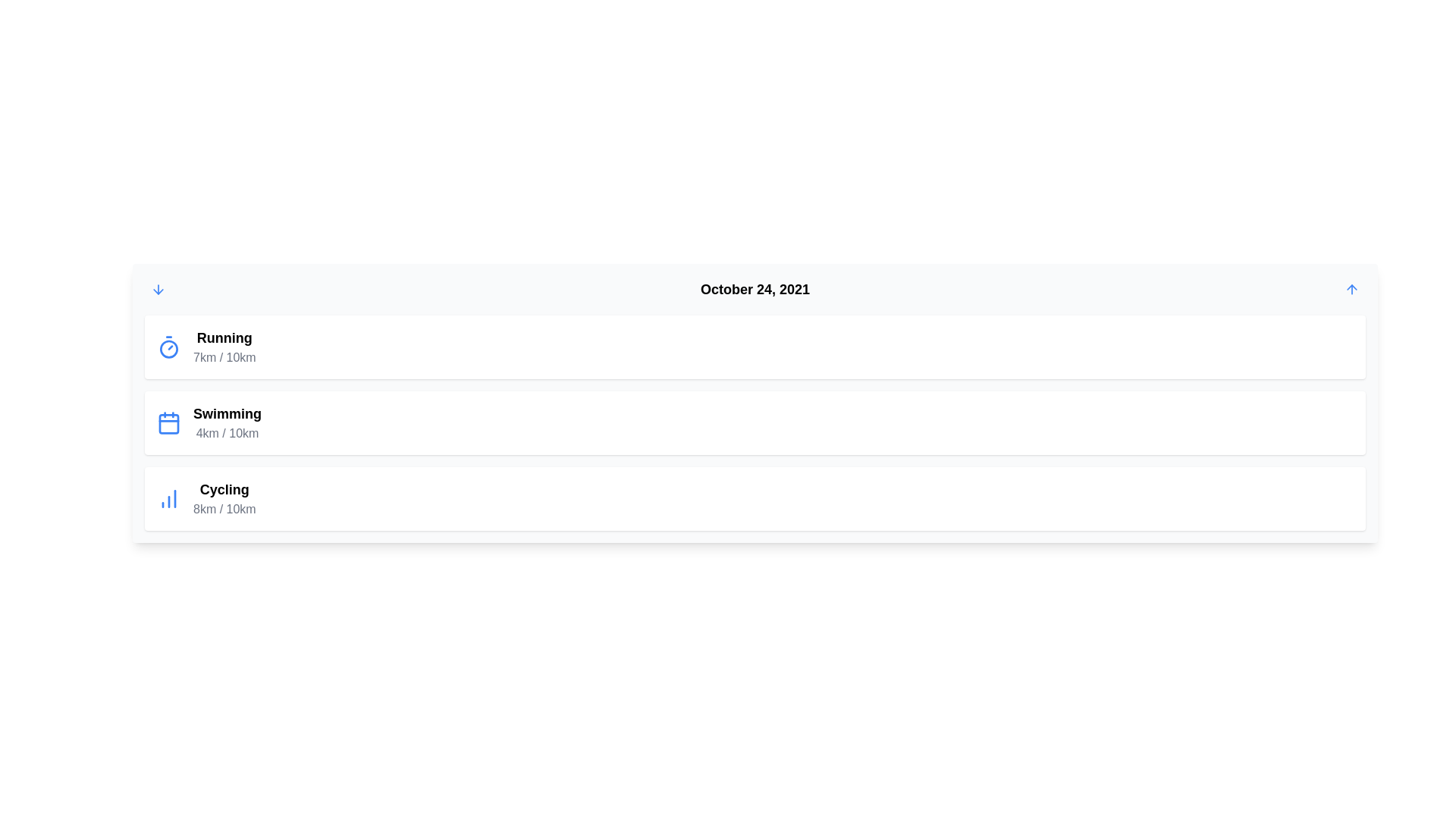 This screenshot has width=1456, height=819. What do you see at coordinates (168, 348) in the screenshot?
I see `the blue circular timer icon with a smaller white circle, located inside the first icon on the left of the 'Running' activity card at the top of the list of activities` at bounding box center [168, 348].